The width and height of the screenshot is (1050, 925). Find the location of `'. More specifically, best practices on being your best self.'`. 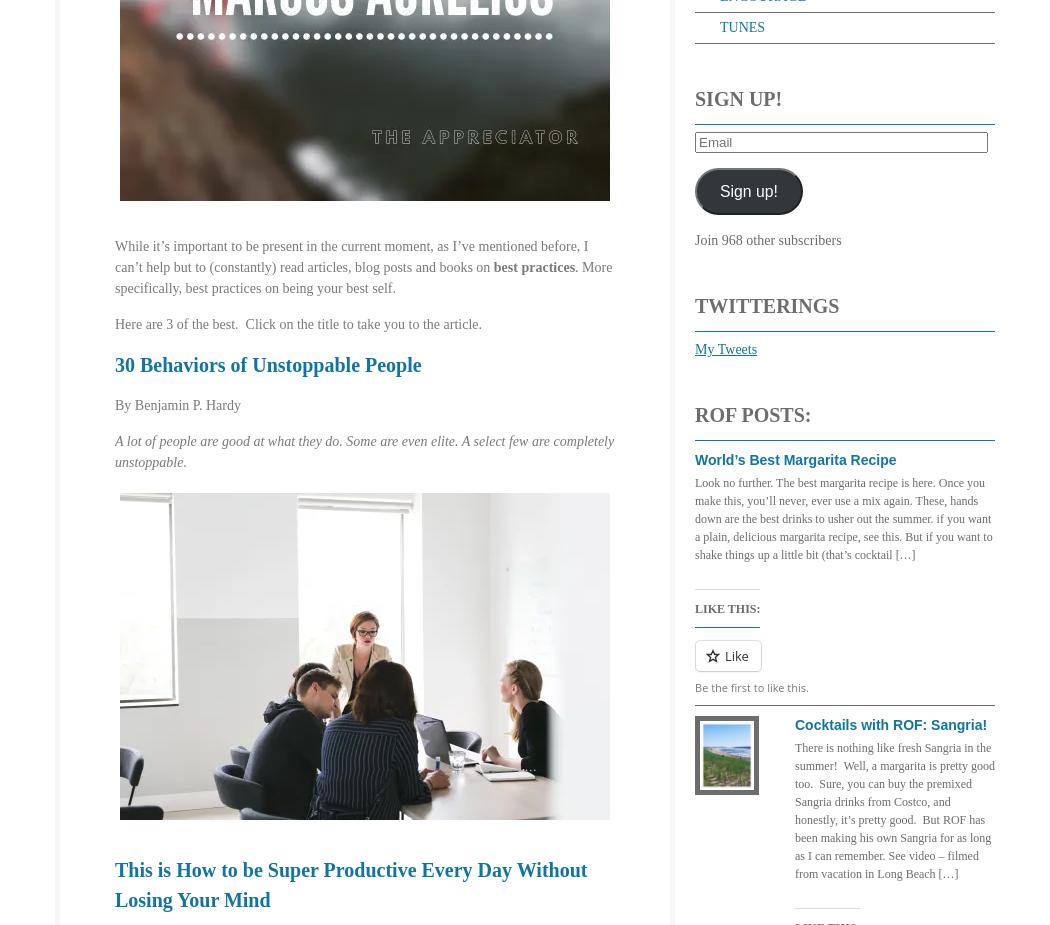

'. More specifically, best practices on being your best self.' is located at coordinates (362, 276).